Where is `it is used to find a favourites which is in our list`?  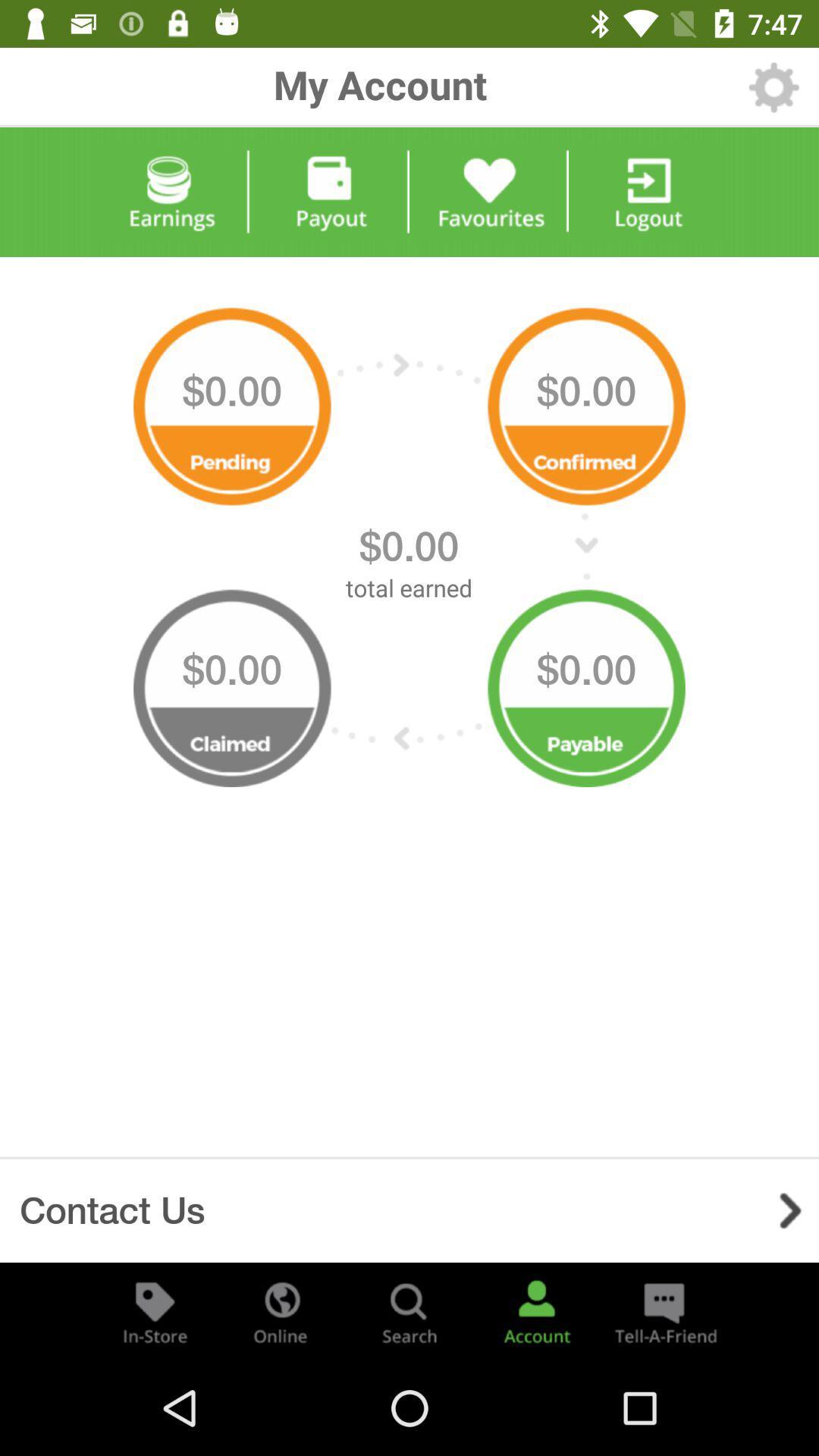
it is used to find a favourites which is in our list is located at coordinates (488, 191).